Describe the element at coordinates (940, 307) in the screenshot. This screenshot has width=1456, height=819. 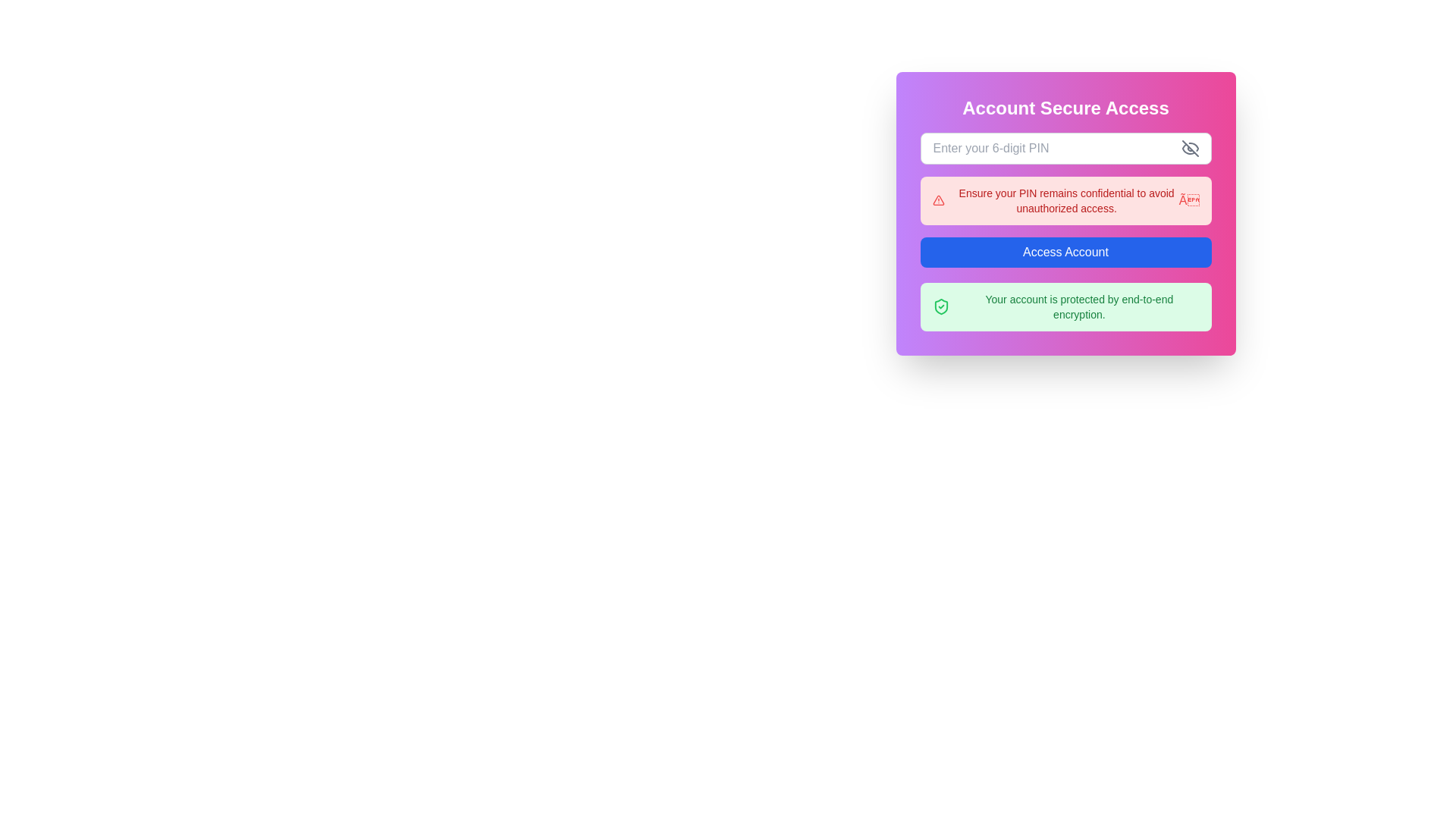
I see `the shield icon with a green checkmark inside, symbolizing protection, located within the greenish light notification box, to the left of the text 'Your account is protected by end-to-end encryption.'` at that location.